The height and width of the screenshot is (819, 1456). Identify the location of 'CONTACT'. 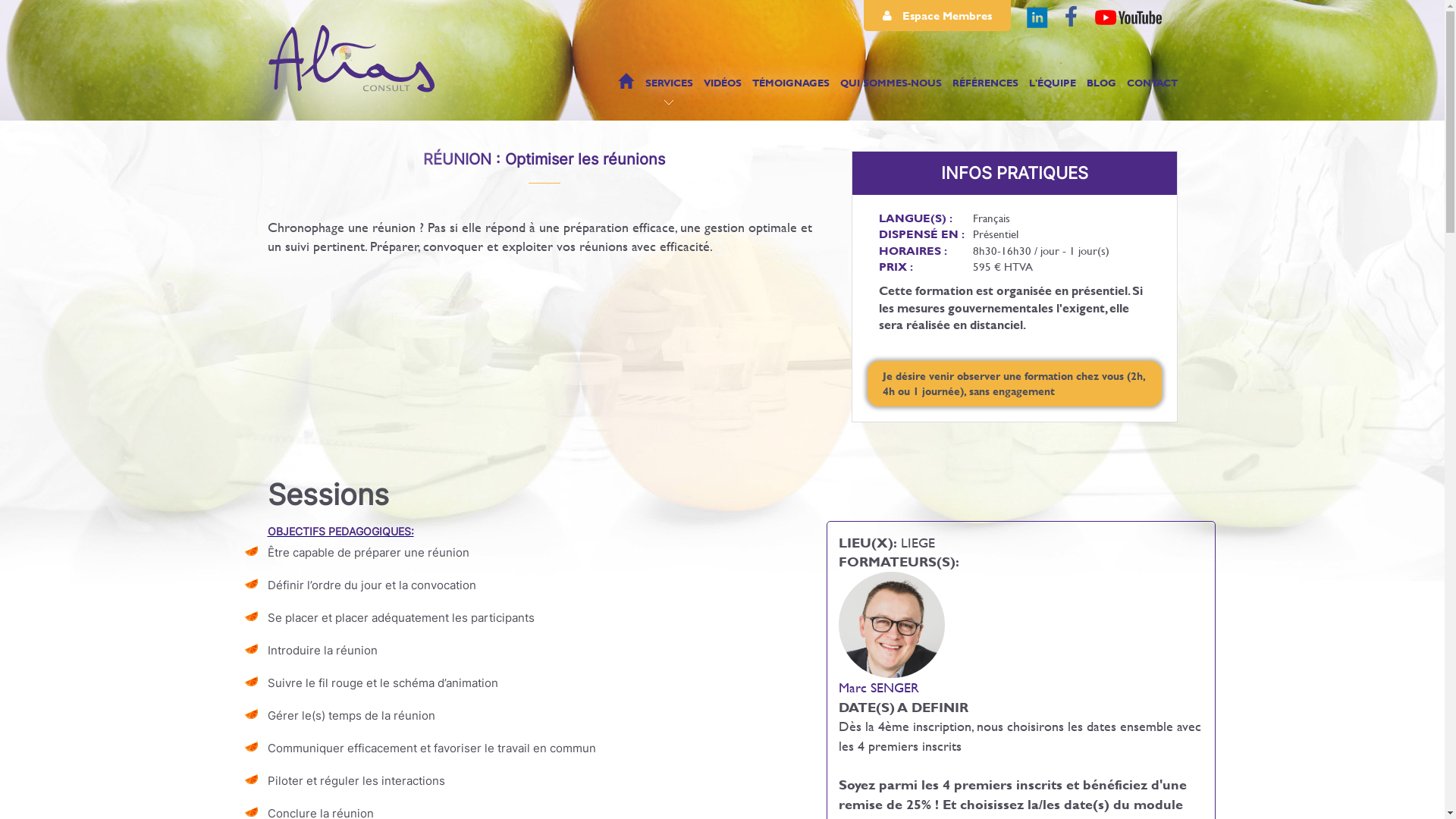
(1152, 88).